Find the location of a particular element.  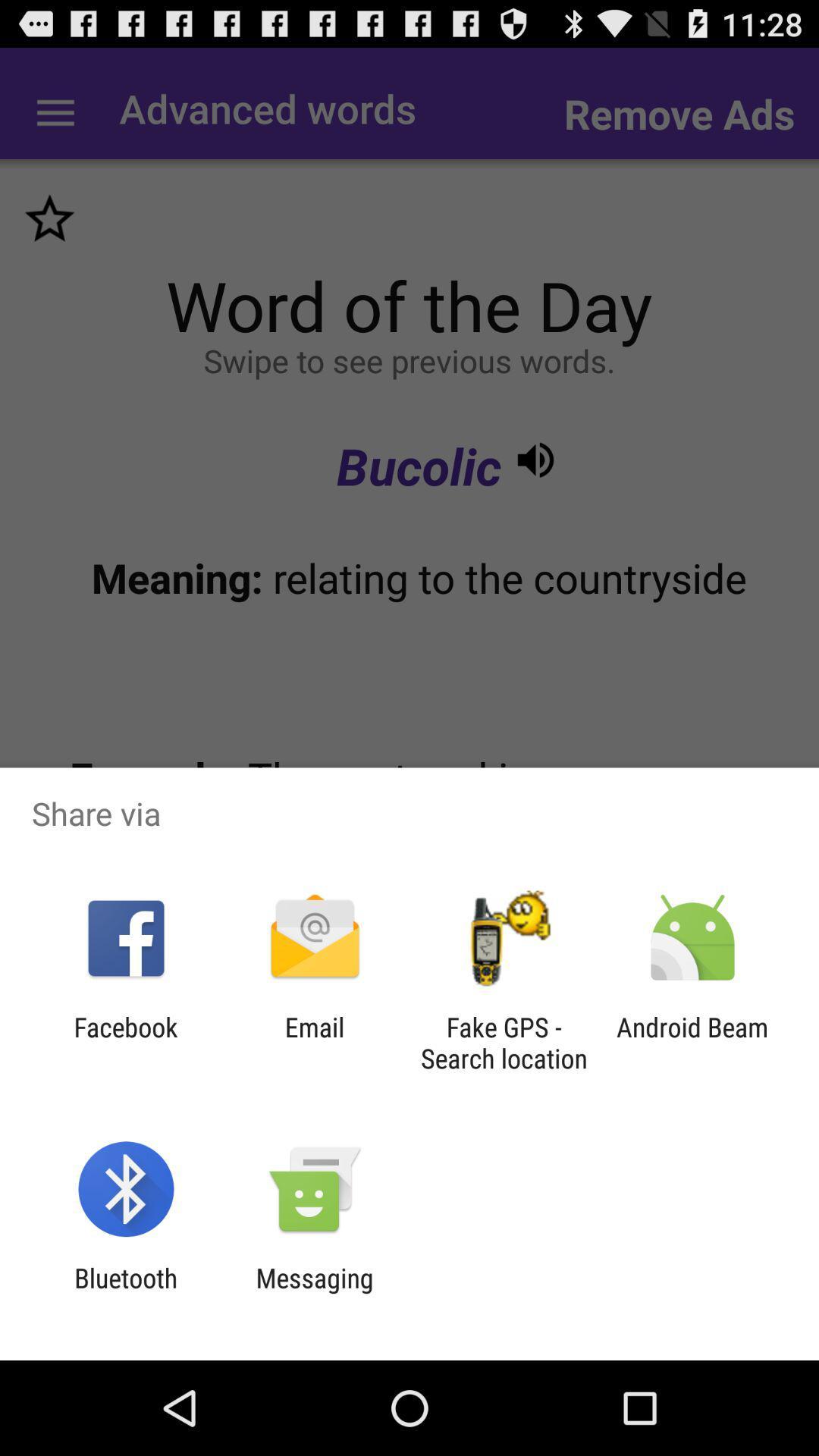

the app next to fake gps search is located at coordinates (692, 1042).